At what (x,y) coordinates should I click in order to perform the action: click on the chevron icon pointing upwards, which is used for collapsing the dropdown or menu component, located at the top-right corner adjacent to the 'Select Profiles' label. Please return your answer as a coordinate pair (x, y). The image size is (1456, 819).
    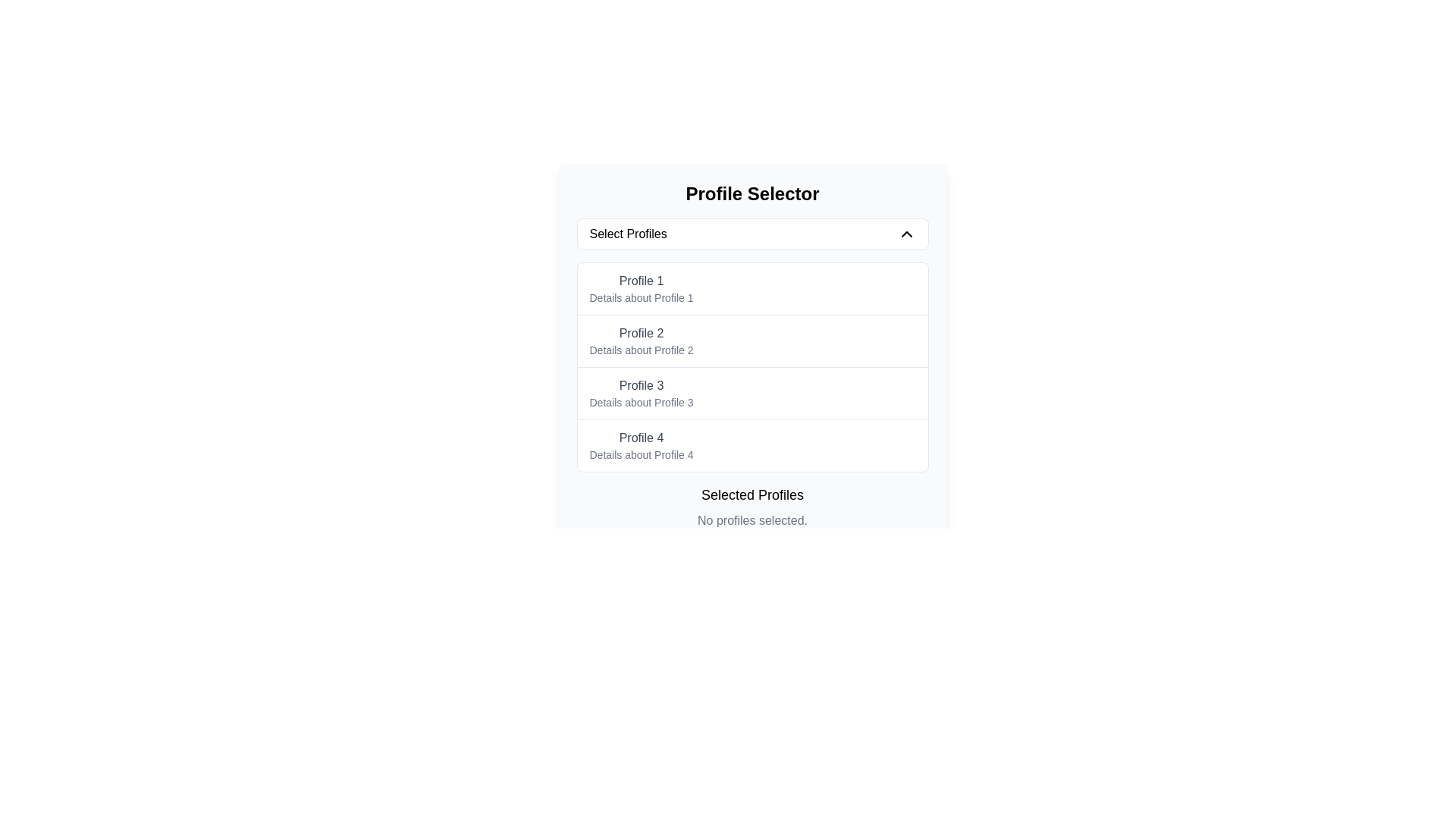
    Looking at the image, I should click on (906, 234).